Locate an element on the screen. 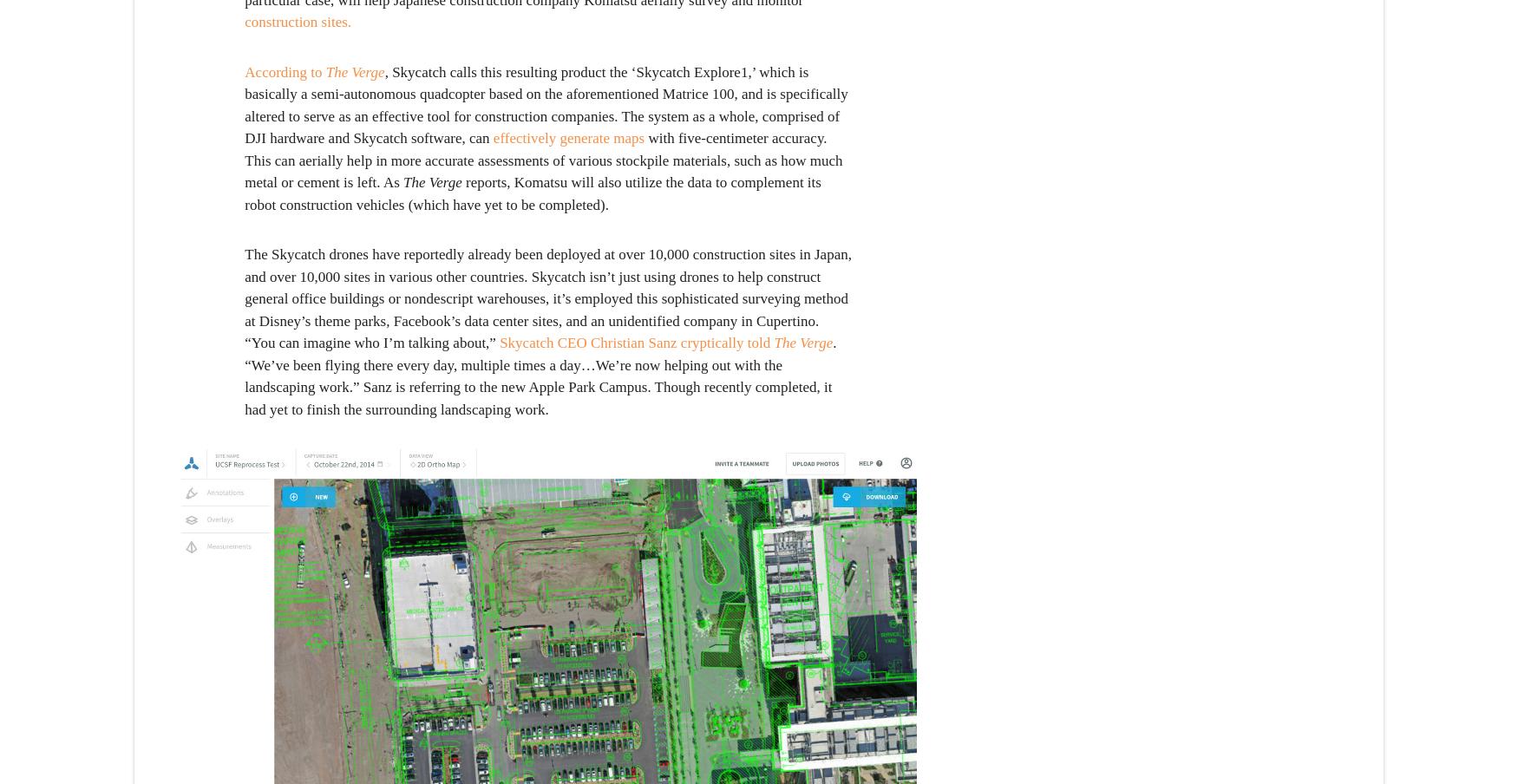  'construction sites.' is located at coordinates (298, 21).